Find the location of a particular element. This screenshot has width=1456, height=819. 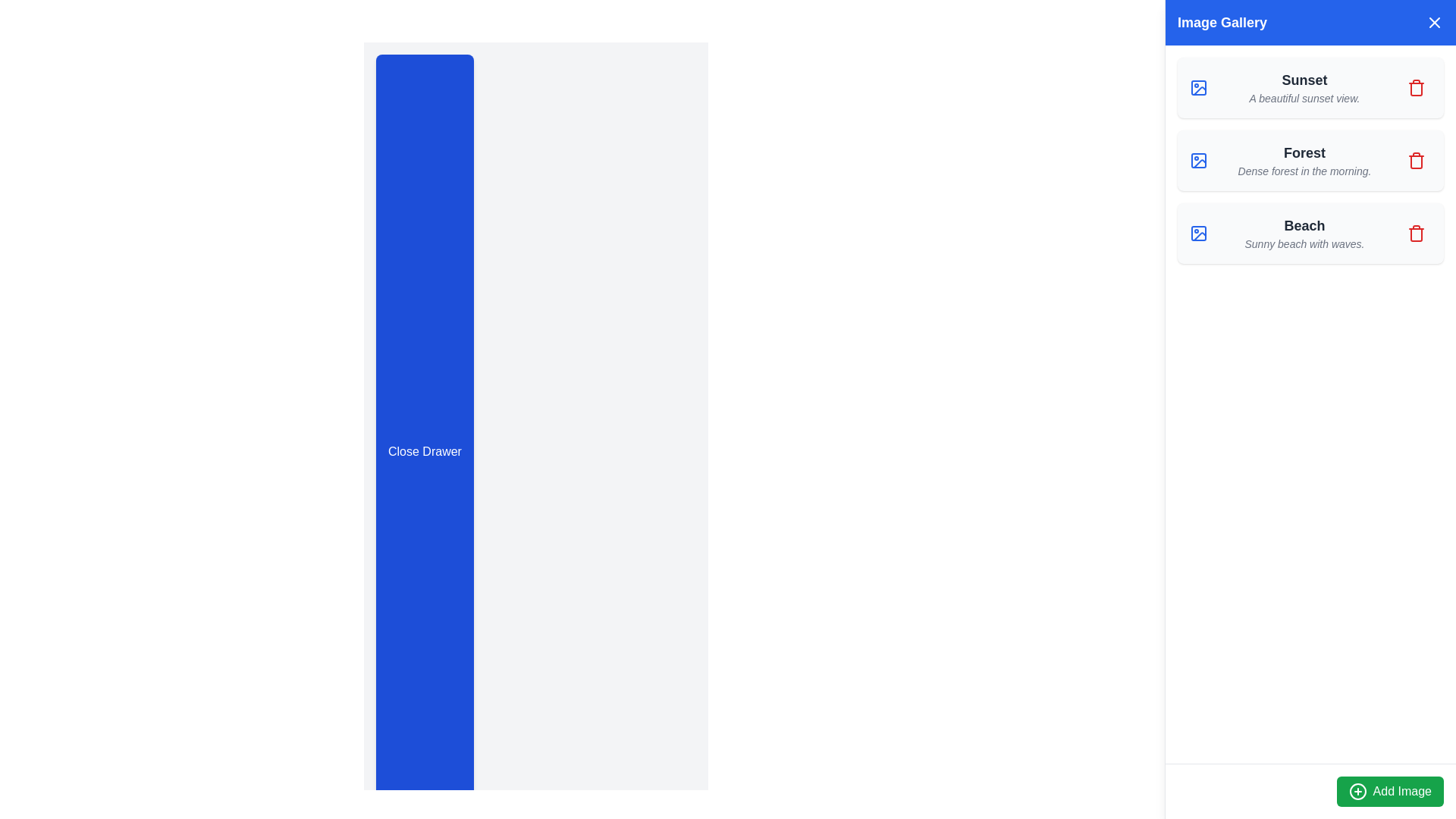

the landscape picture icon with a blue outline, positioned to the left of the text 'Forest' is located at coordinates (1197, 161).